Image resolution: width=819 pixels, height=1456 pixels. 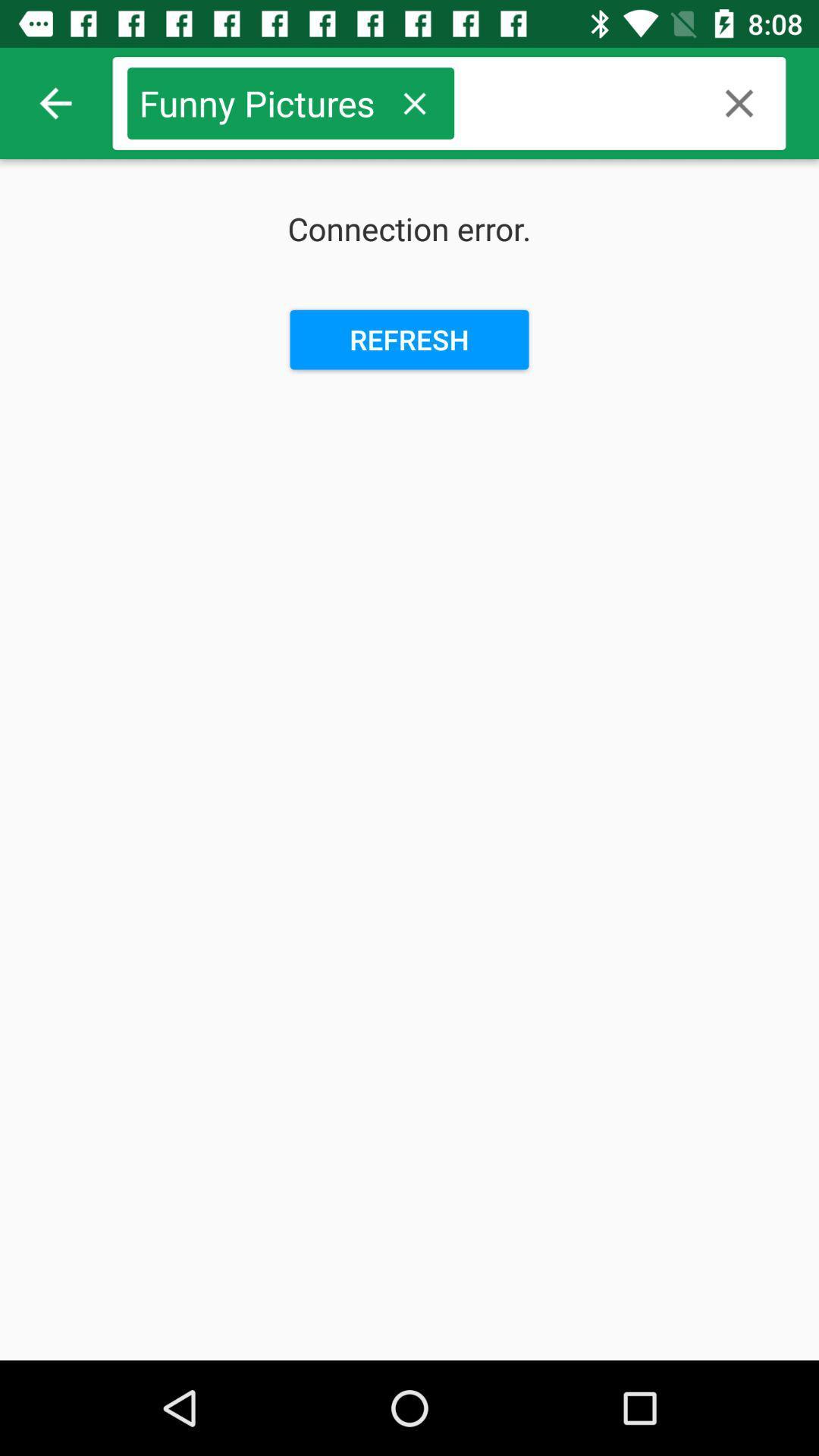 What do you see at coordinates (409, 339) in the screenshot?
I see `the refresh` at bounding box center [409, 339].